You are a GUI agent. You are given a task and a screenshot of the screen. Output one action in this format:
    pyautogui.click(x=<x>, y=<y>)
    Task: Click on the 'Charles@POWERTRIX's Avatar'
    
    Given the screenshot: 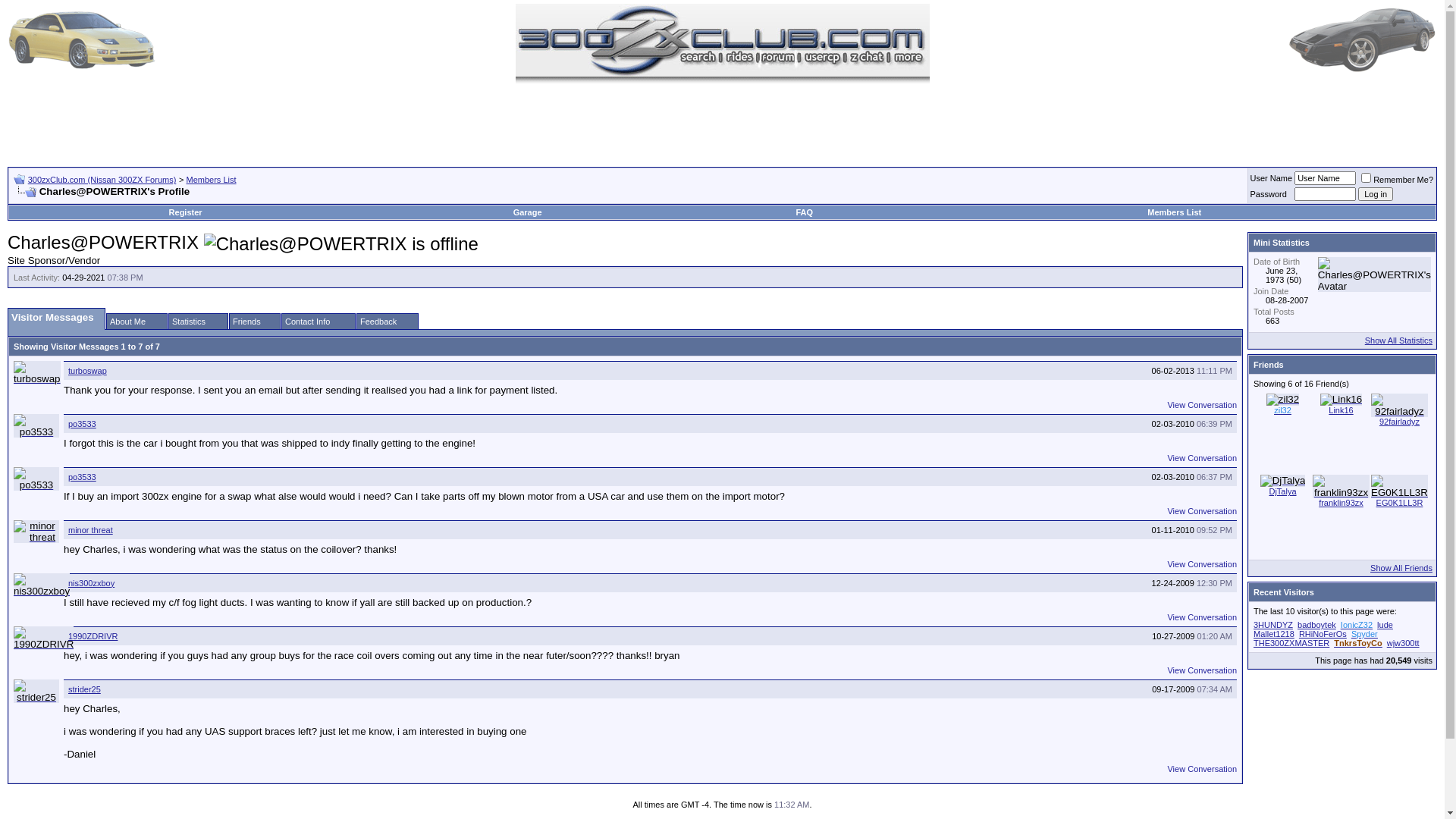 What is the action you would take?
    pyautogui.click(x=1374, y=275)
    